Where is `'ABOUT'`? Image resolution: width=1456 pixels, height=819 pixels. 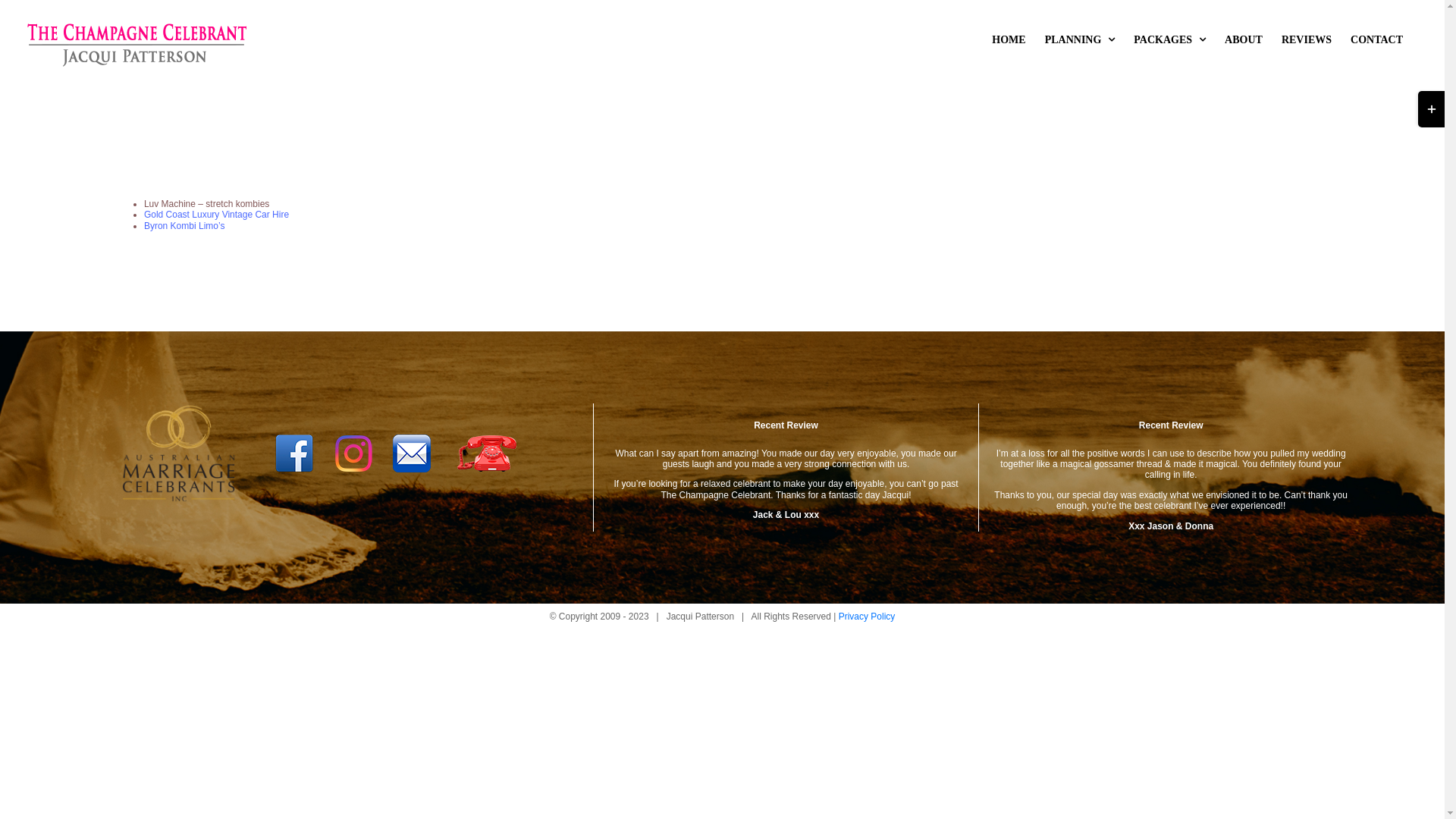
'ABOUT' is located at coordinates (1244, 39).